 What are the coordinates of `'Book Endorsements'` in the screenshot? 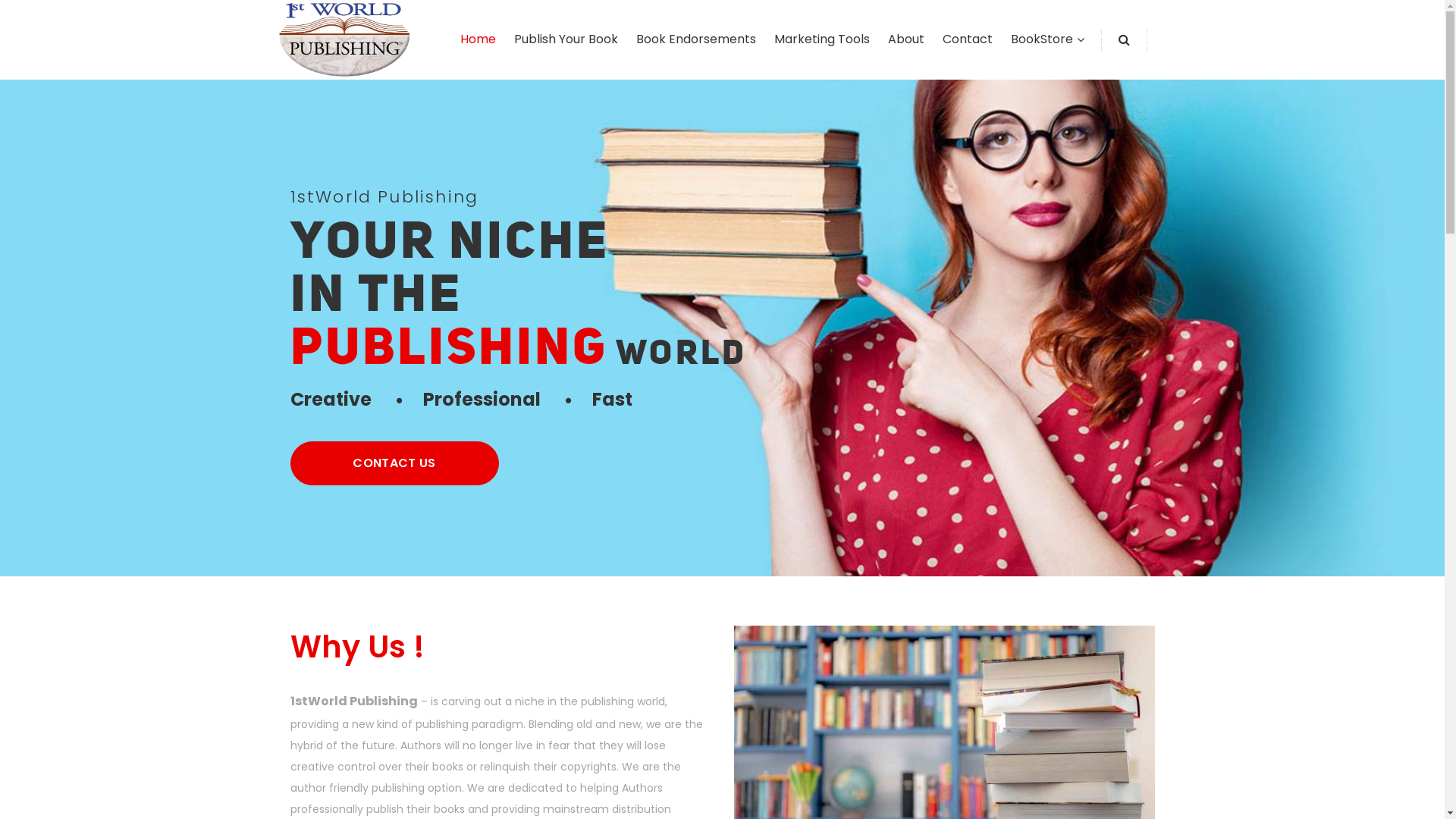 It's located at (694, 38).